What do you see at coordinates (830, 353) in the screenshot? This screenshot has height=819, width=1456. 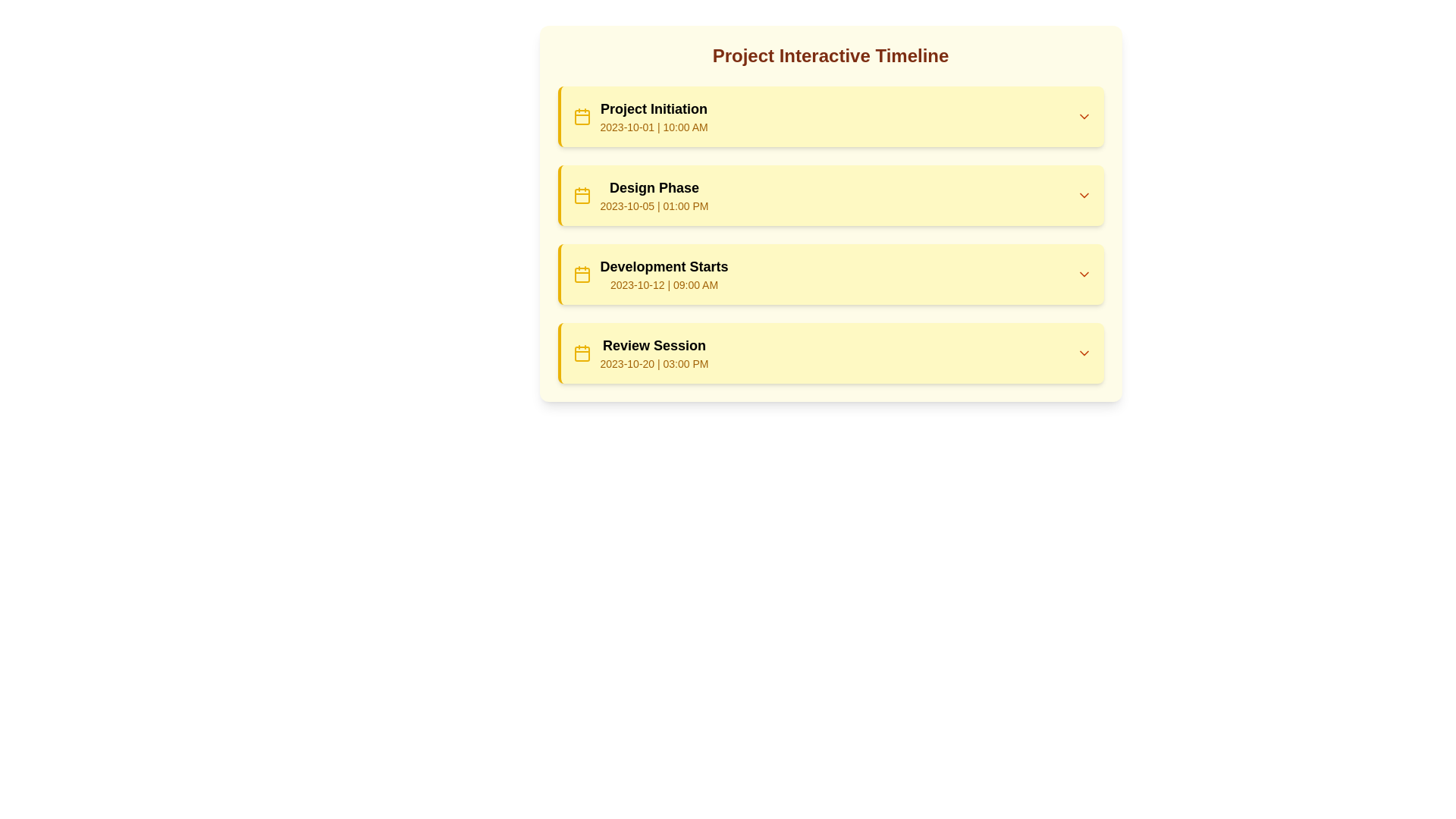 I see `the rounded yellow card titled 'Review Session' that is located in the fourth position under 'Project Interactive Timeline'` at bounding box center [830, 353].